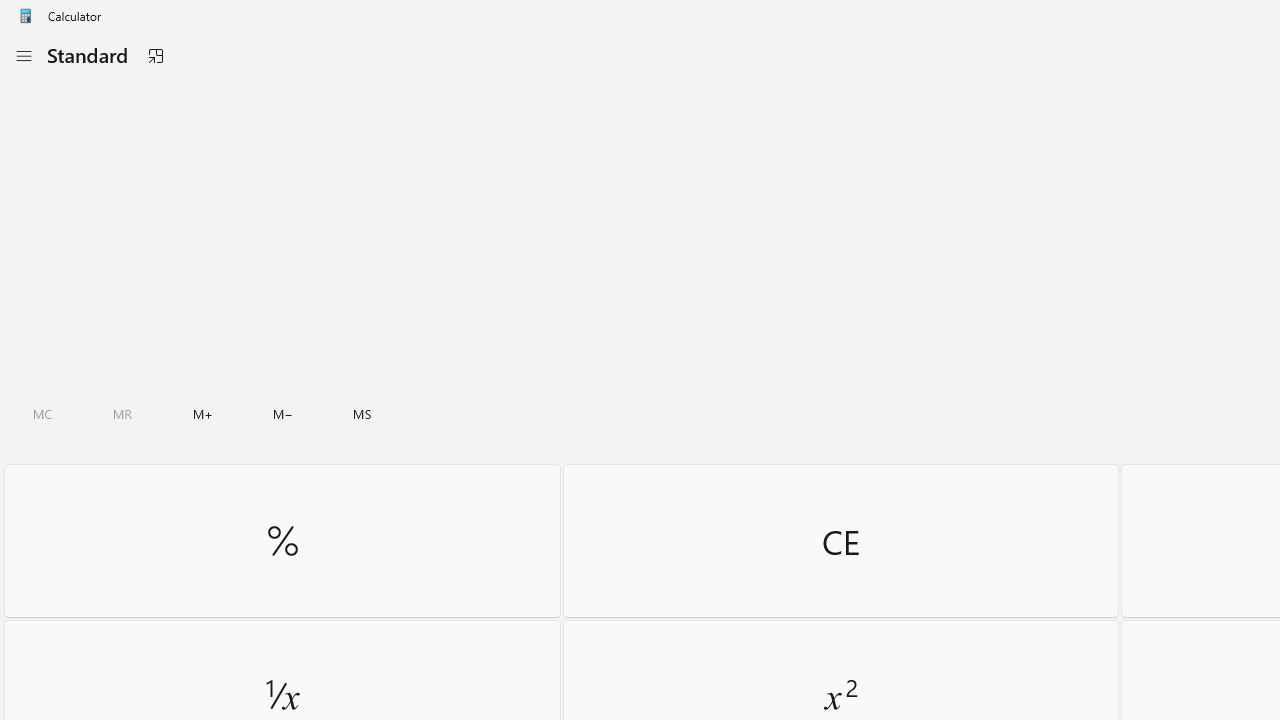 The width and height of the screenshot is (1280, 720). What do you see at coordinates (42, 413) in the screenshot?
I see `'Clear all memory'` at bounding box center [42, 413].